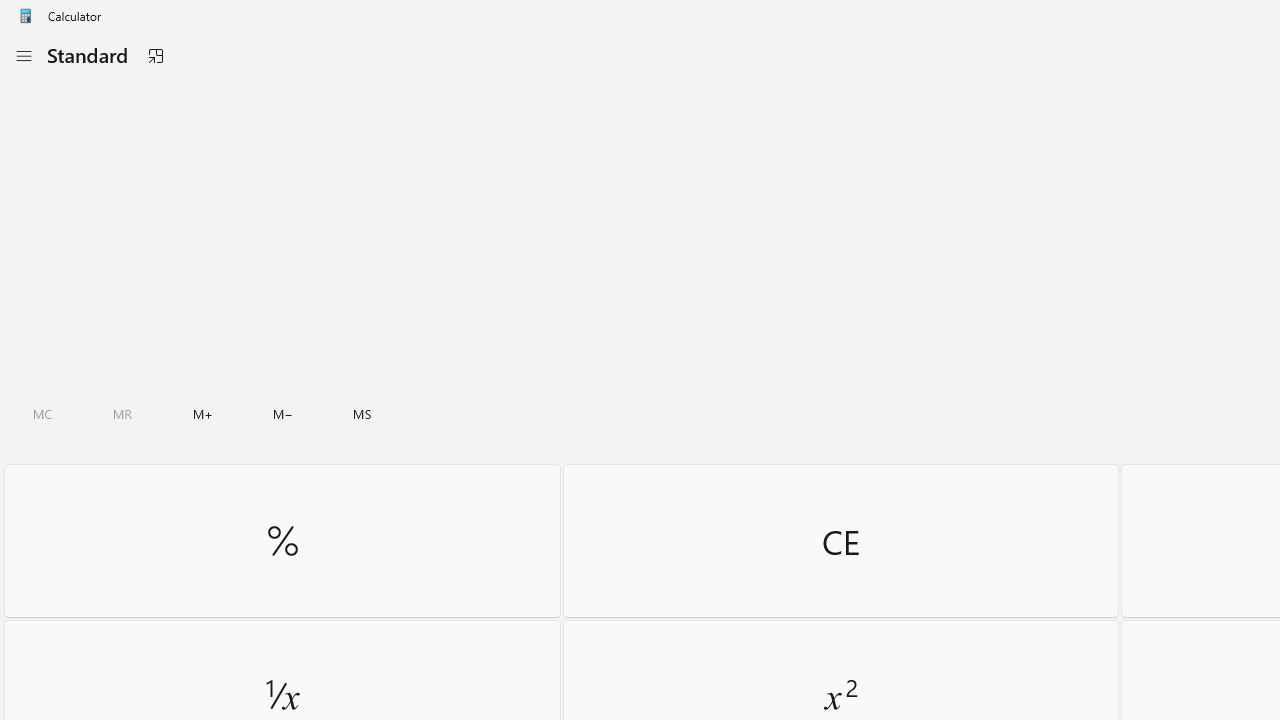 The width and height of the screenshot is (1280, 720). What do you see at coordinates (42, 413) in the screenshot?
I see `'Clear all memory'` at bounding box center [42, 413].